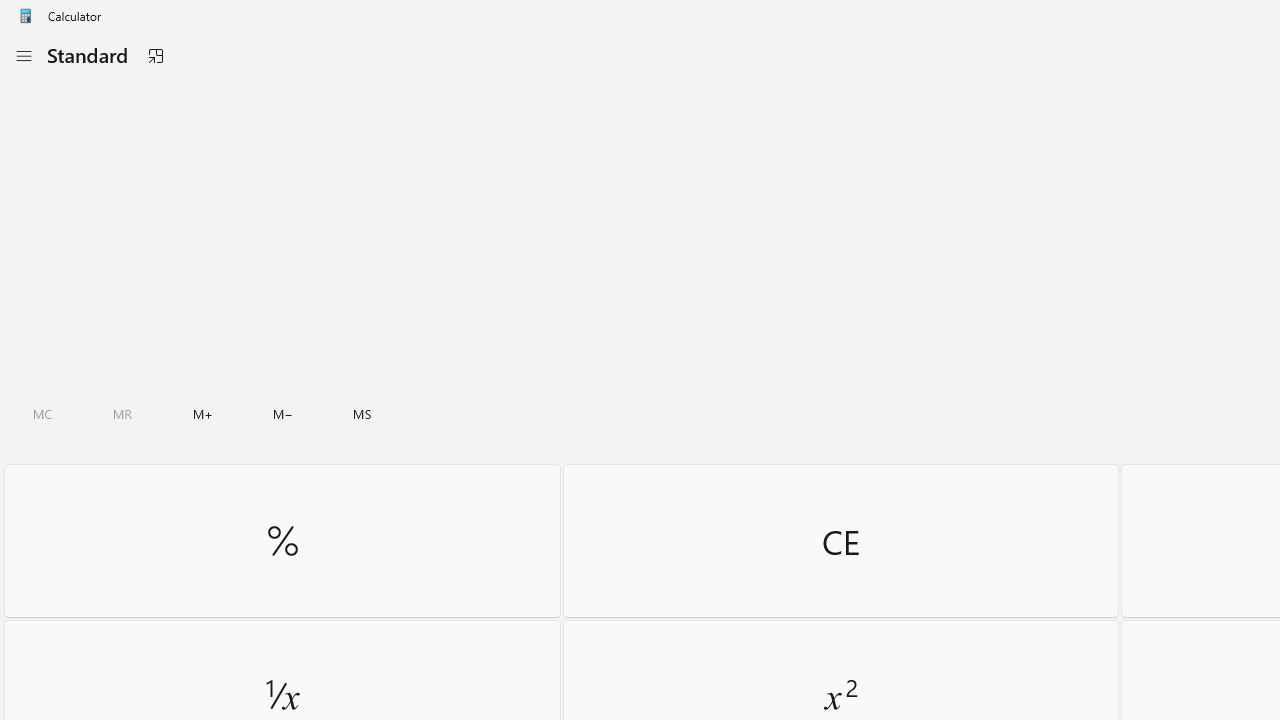 The width and height of the screenshot is (1280, 720). What do you see at coordinates (42, 413) in the screenshot?
I see `'Clear all memory'` at bounding box center [42, 413].